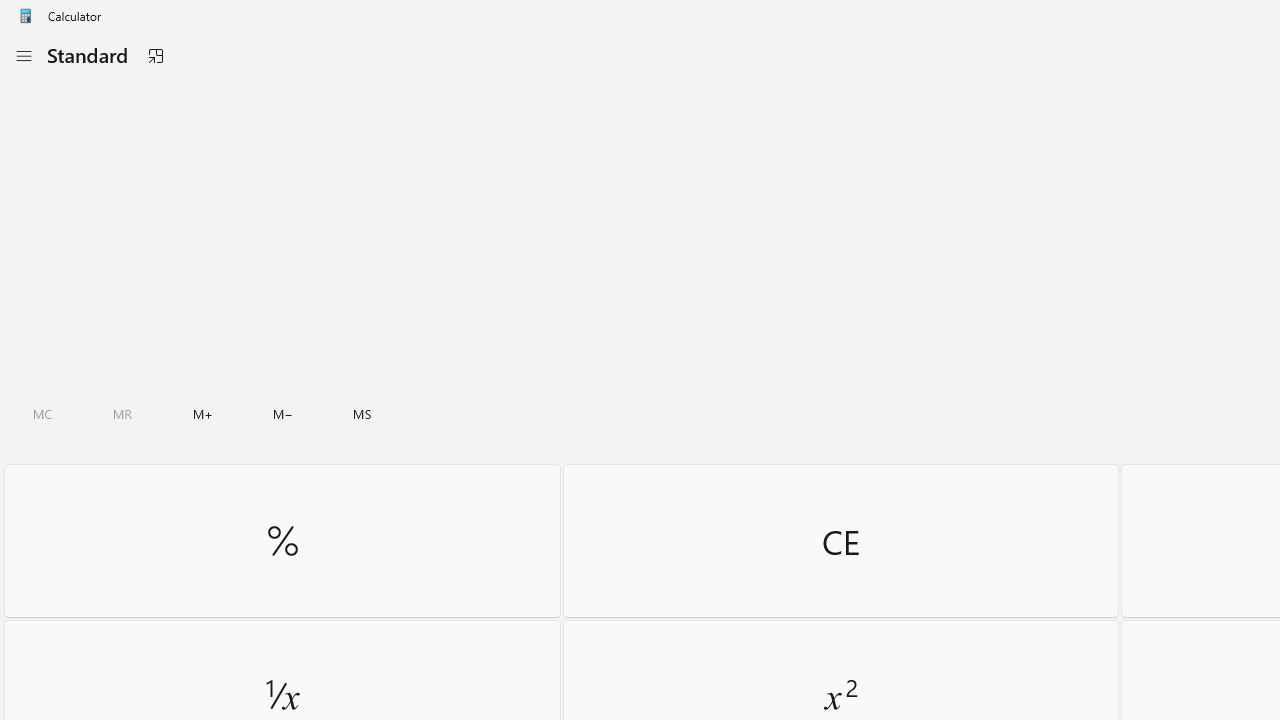 The width and height of the screenshot is (1280, 720). What do you see at coordinates (42, 413) in the screenshot?
I see `'Clear all memory'` at bounding box center [42, 413].